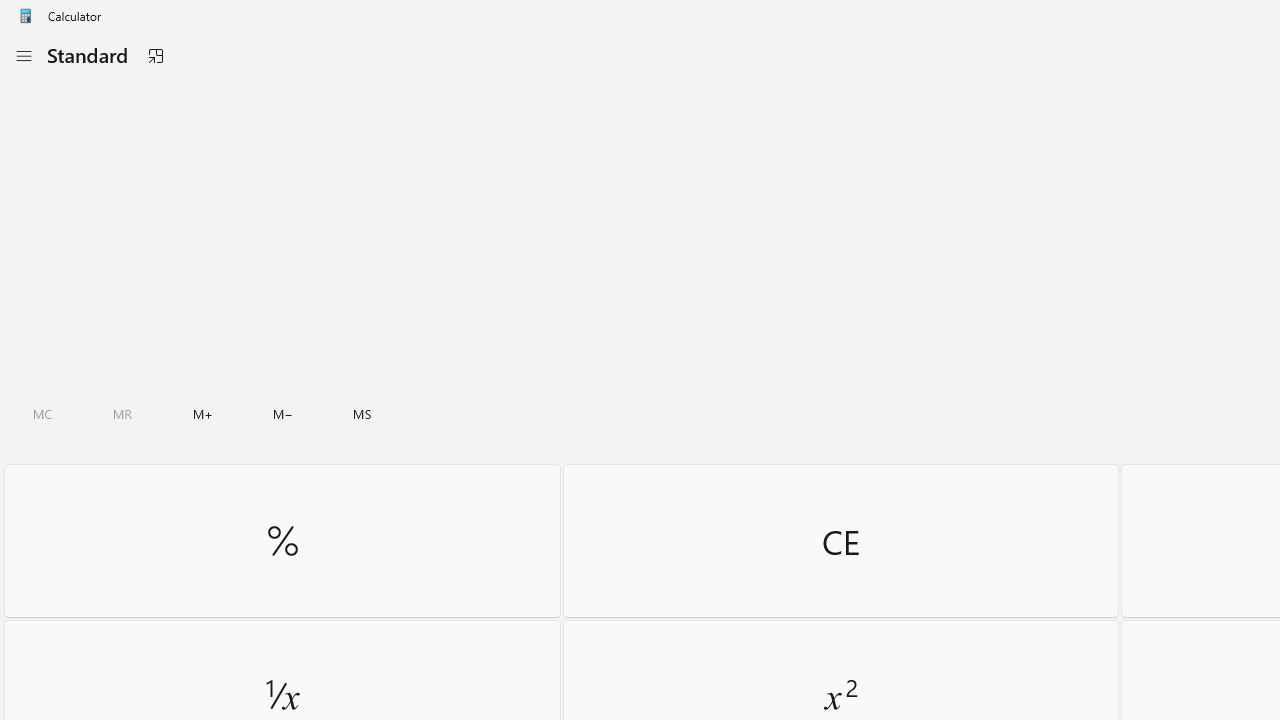 The width and height of the screenshot is (1280, 720). What do you see at coordinates (42, 413) in the screenshot?
I see `'Clear all memory'` at bounding box center [42, 413].